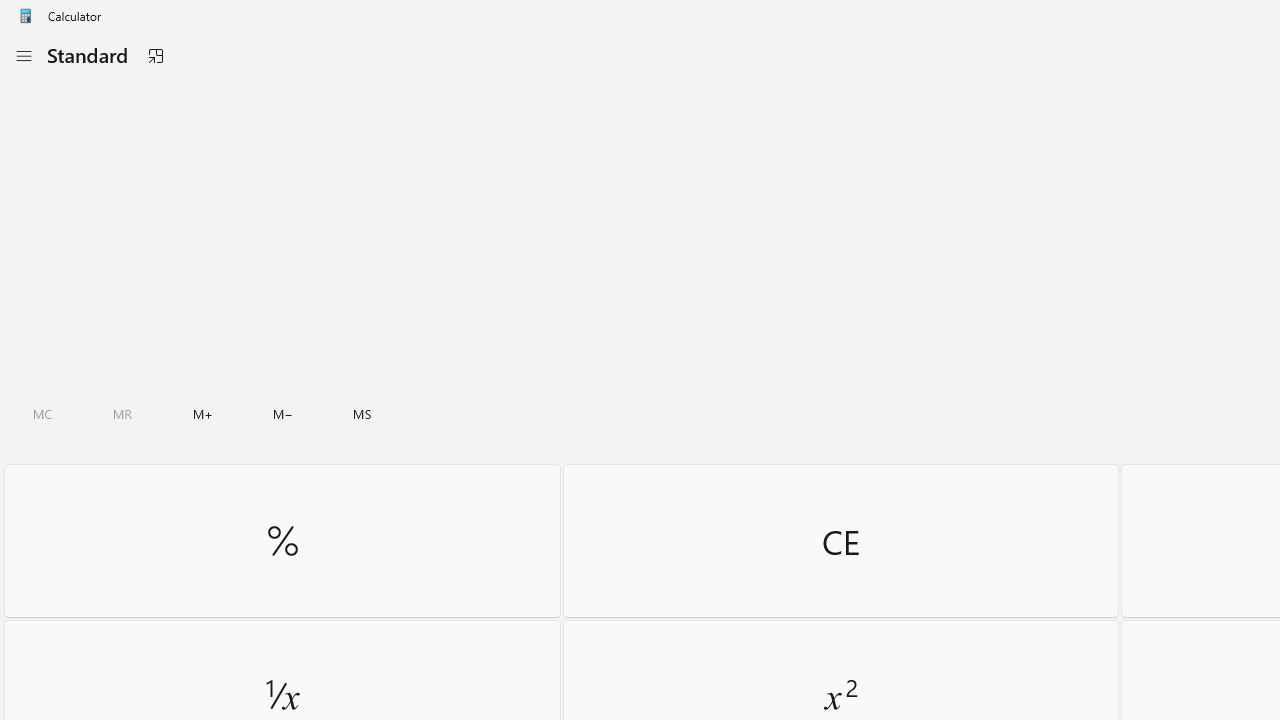 The width and height of the screenshot is (1280, 720). What do you see at coordinates (42, 413) in the screenshot?
I see `'Clear all memory'` at bounding box center [42, 413].